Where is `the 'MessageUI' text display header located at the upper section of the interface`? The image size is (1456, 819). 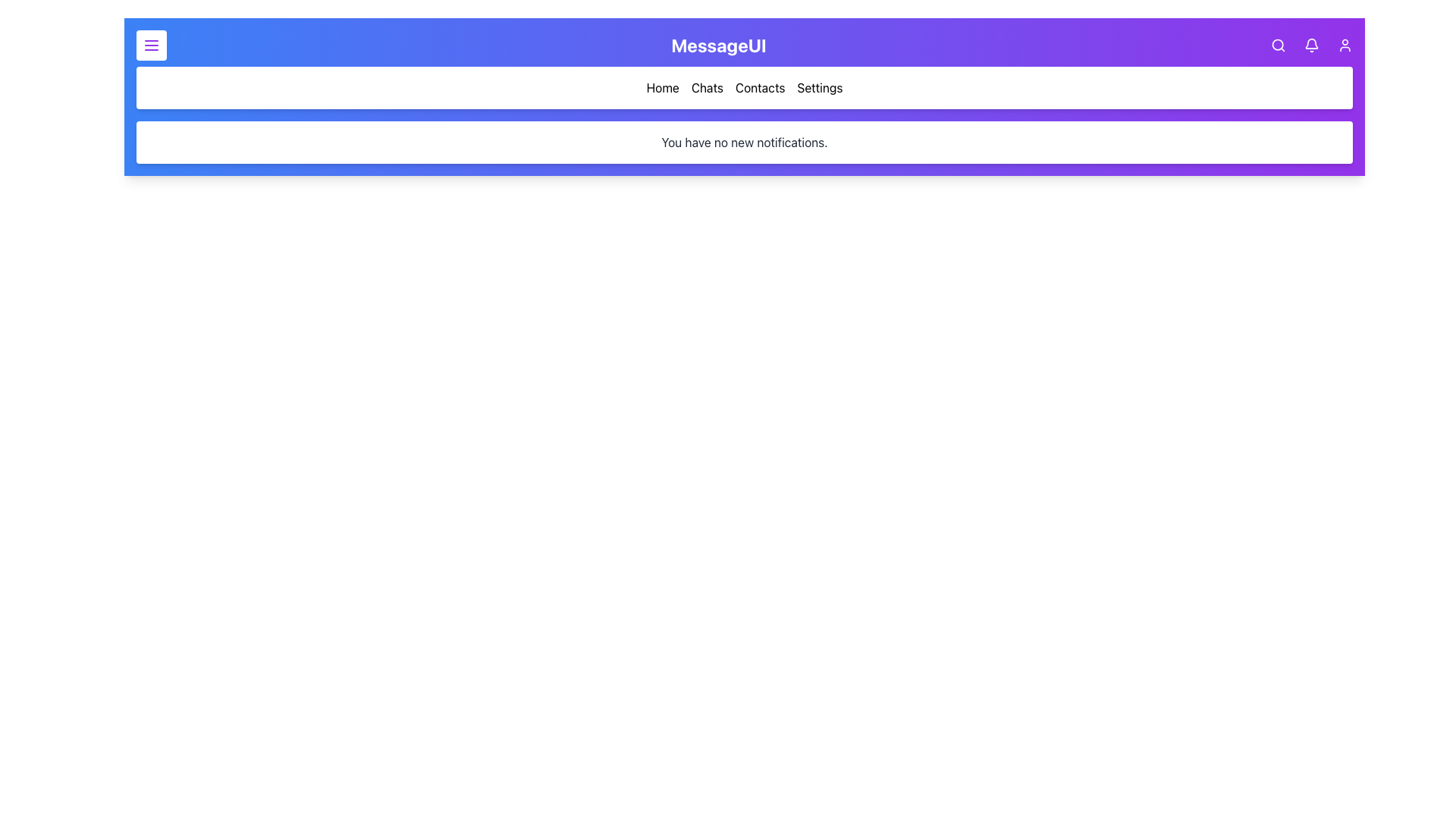 the 'MessageUI' text display header located at the upper section of the interface is located at coordinates (745, 45).